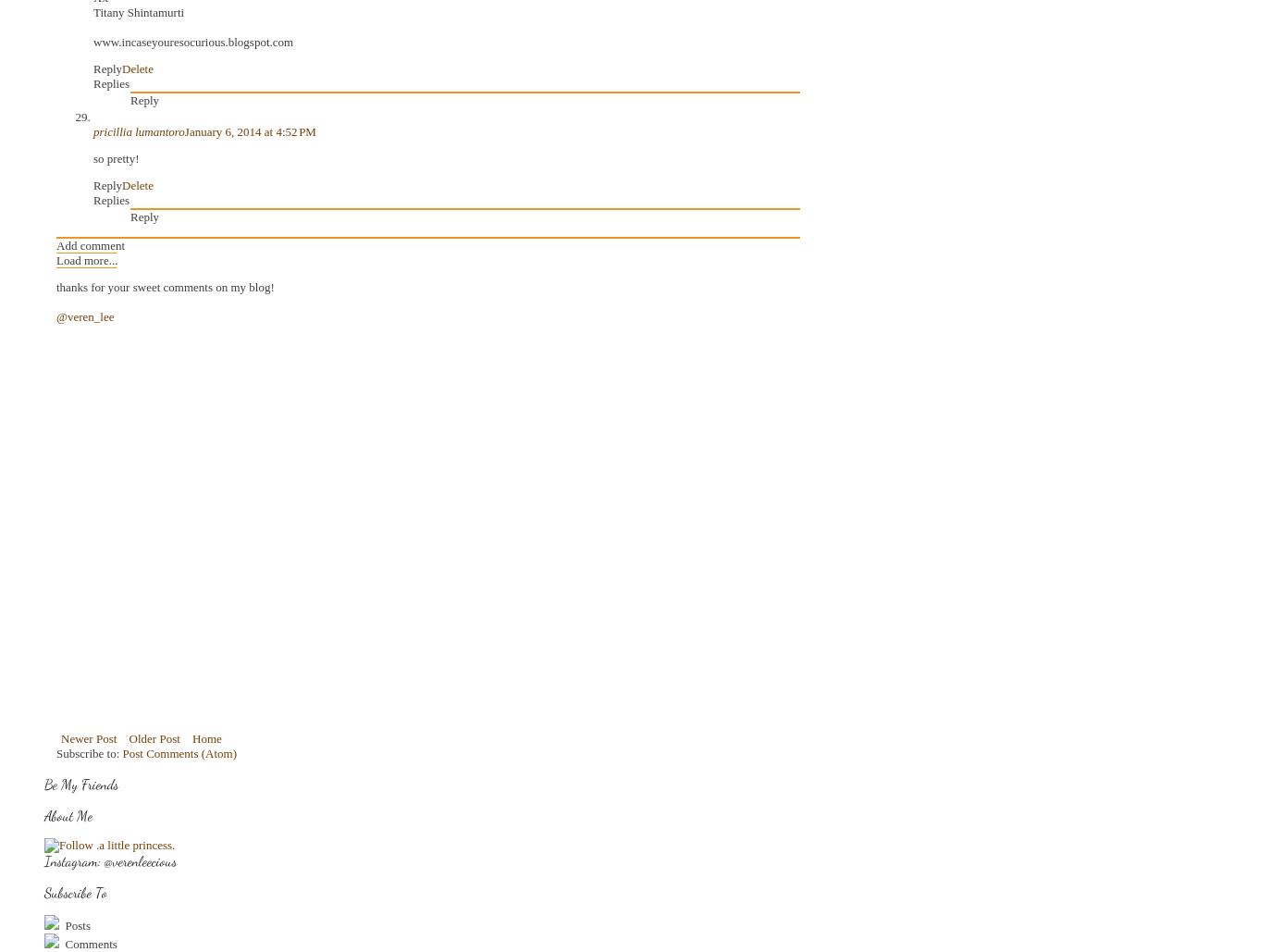 The height and width of the screenshot is (952, 1271). I want to click on 'Comments', so click(88, 943).